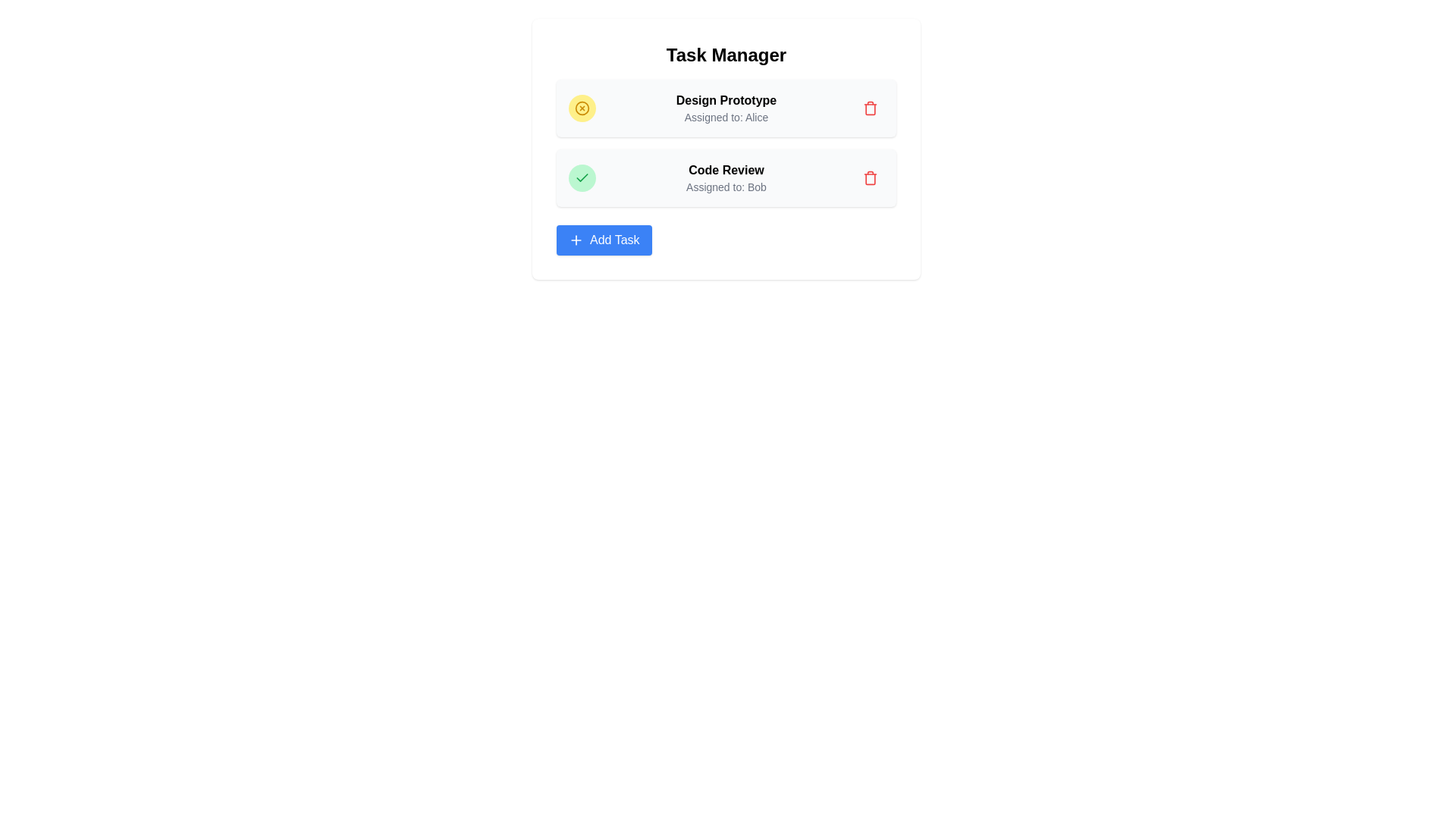 This screenshot has width=1456, height=819. What do you see at coordinates (582, 107) in the screenshot?
I see `the Status Icon located on the left side of the 'Design Prototype' item row in the task list` at bounding box center [582, 107].